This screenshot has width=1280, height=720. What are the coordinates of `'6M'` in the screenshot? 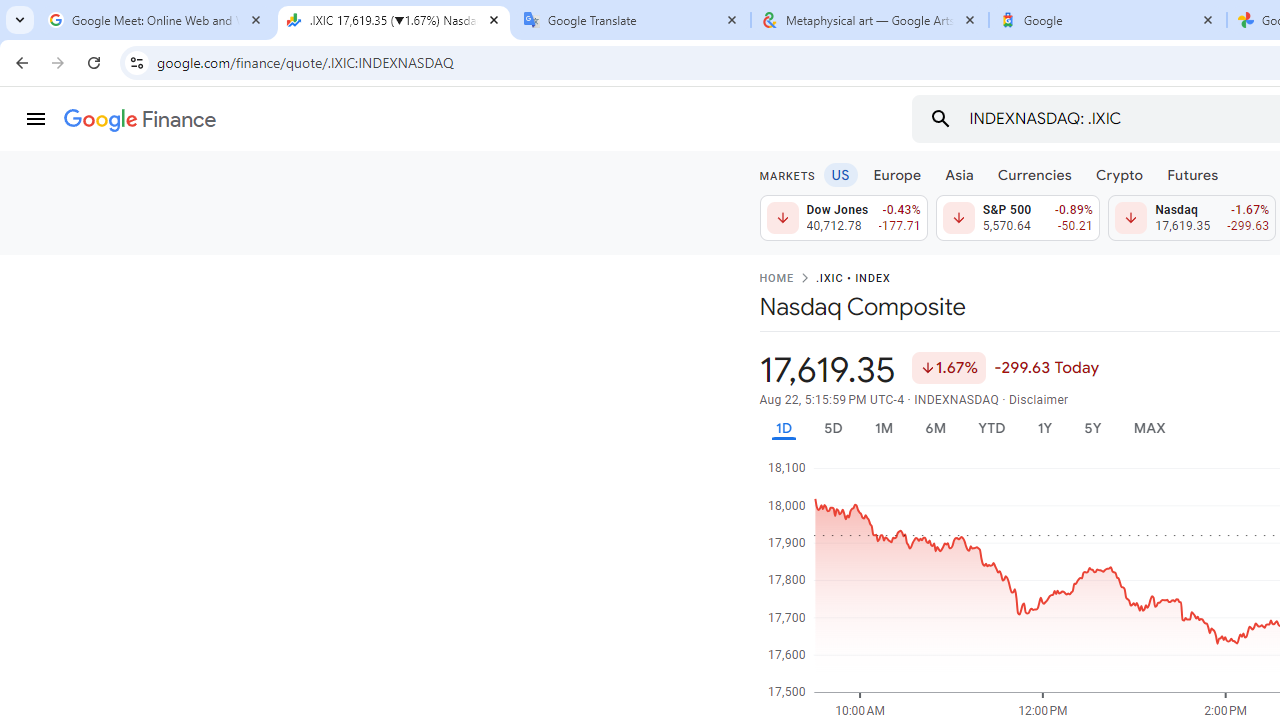 It's located at (934, 427).